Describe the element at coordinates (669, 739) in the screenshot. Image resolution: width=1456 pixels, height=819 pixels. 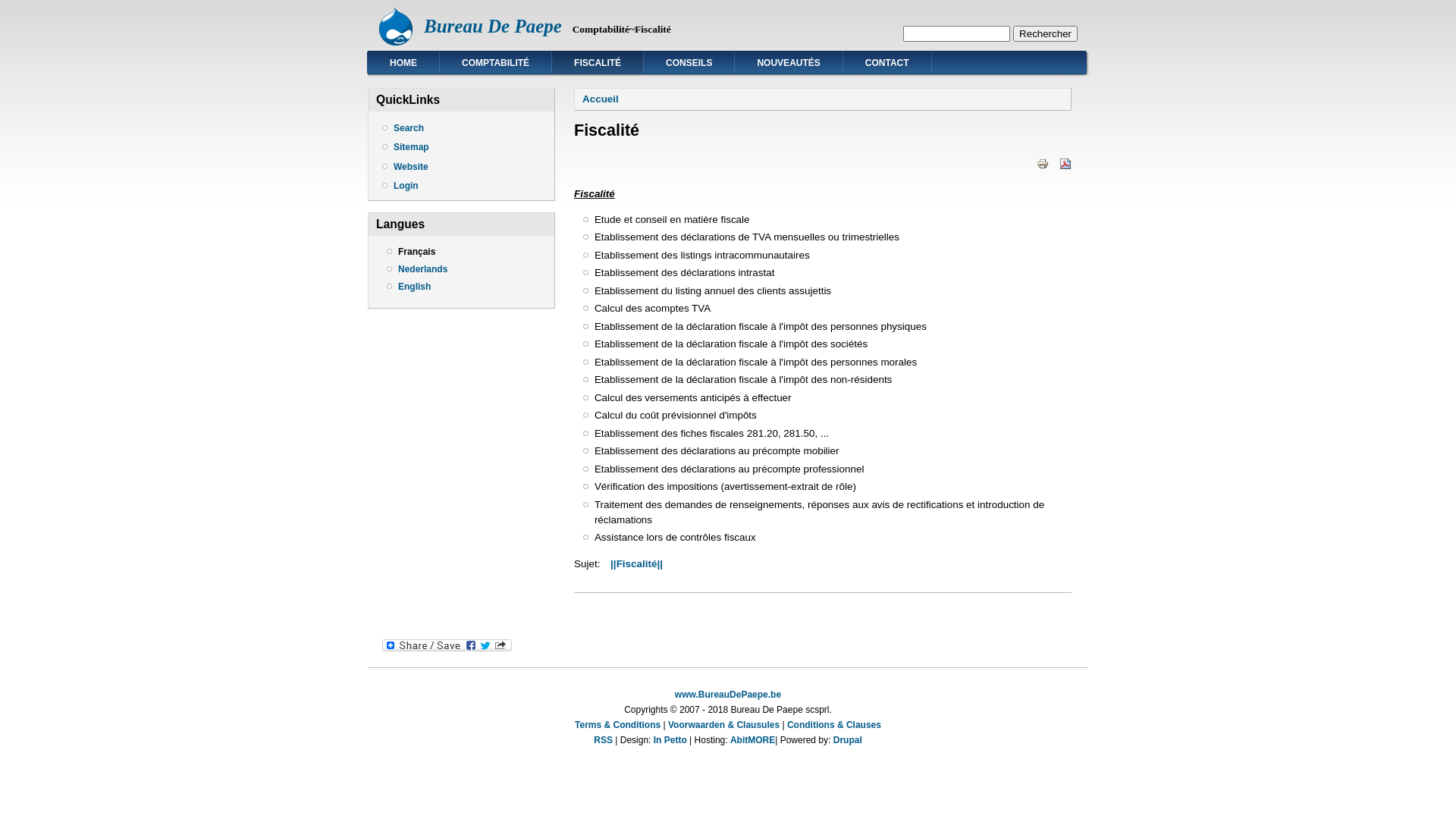
I see `'In Petto'` at that location.